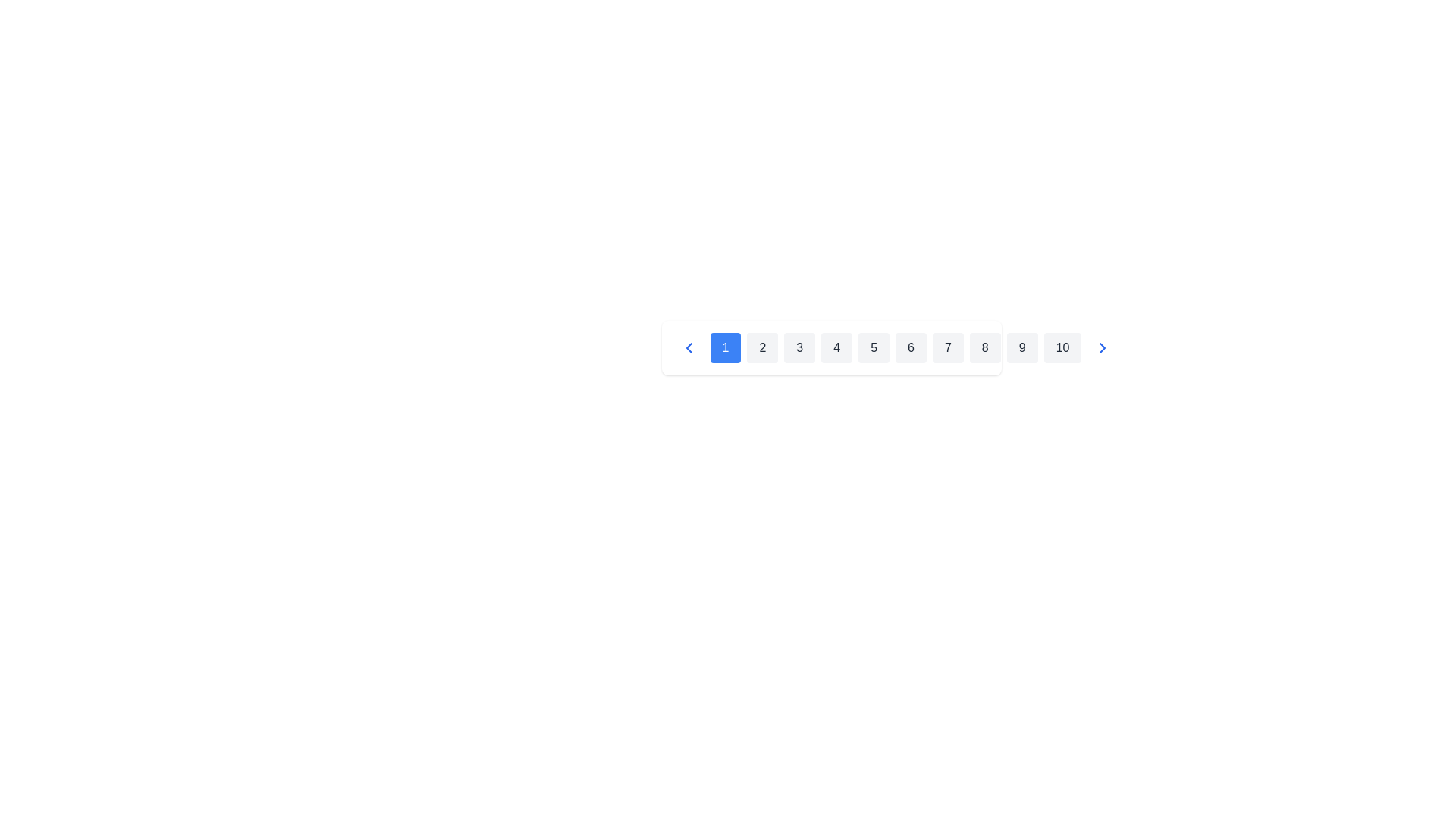  Describe the element at coordinates (688, 348) in the screenshot. I see `the 'Previous Page' button located at the far left of the pagination control bar, adjacent` at that location.